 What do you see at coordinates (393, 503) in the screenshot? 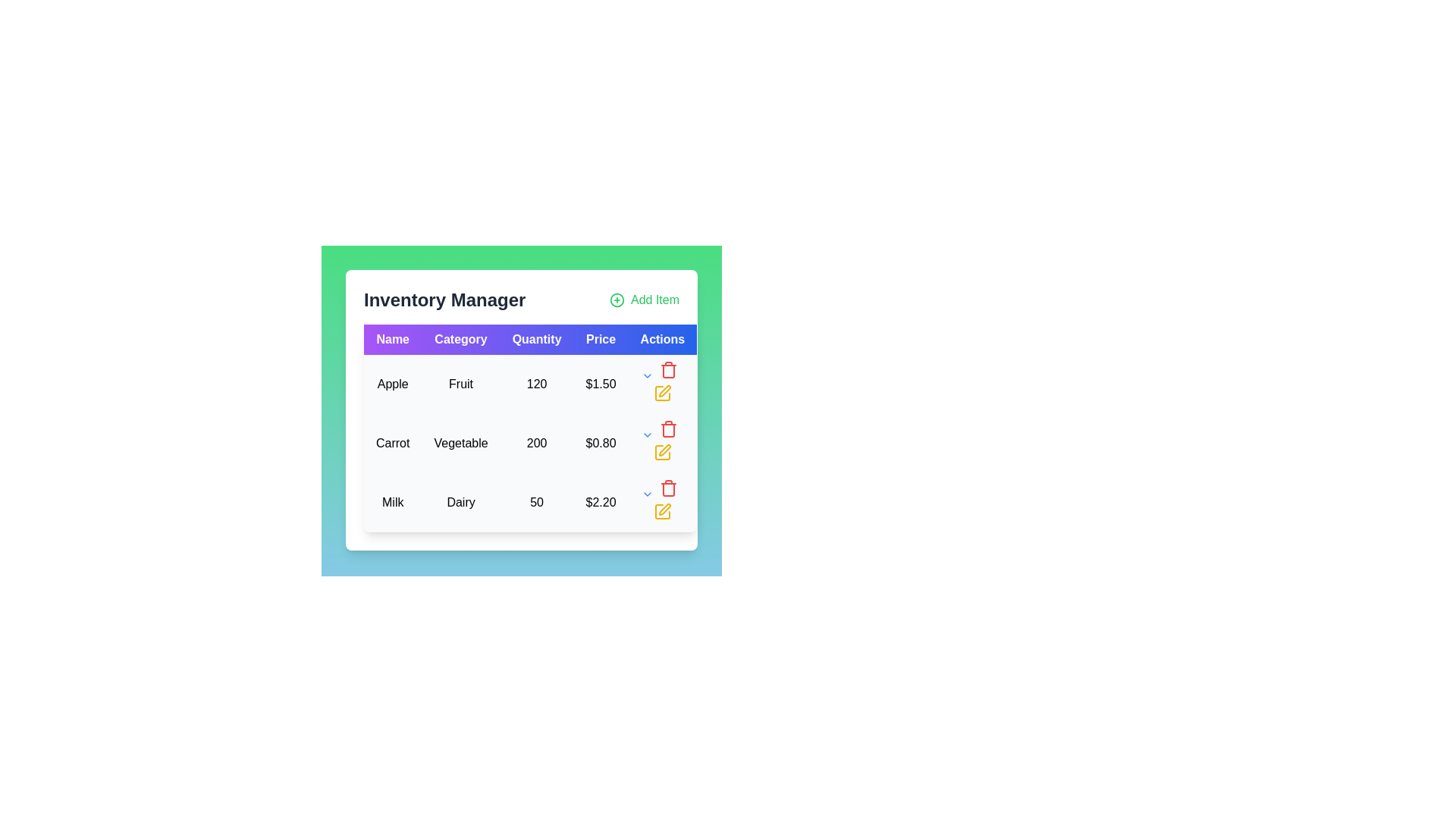
I see `text content of the table cell displaying 'Milk' in bold black color, located in the first column of the third row of the inventory table` at bounding box center [393, 503].